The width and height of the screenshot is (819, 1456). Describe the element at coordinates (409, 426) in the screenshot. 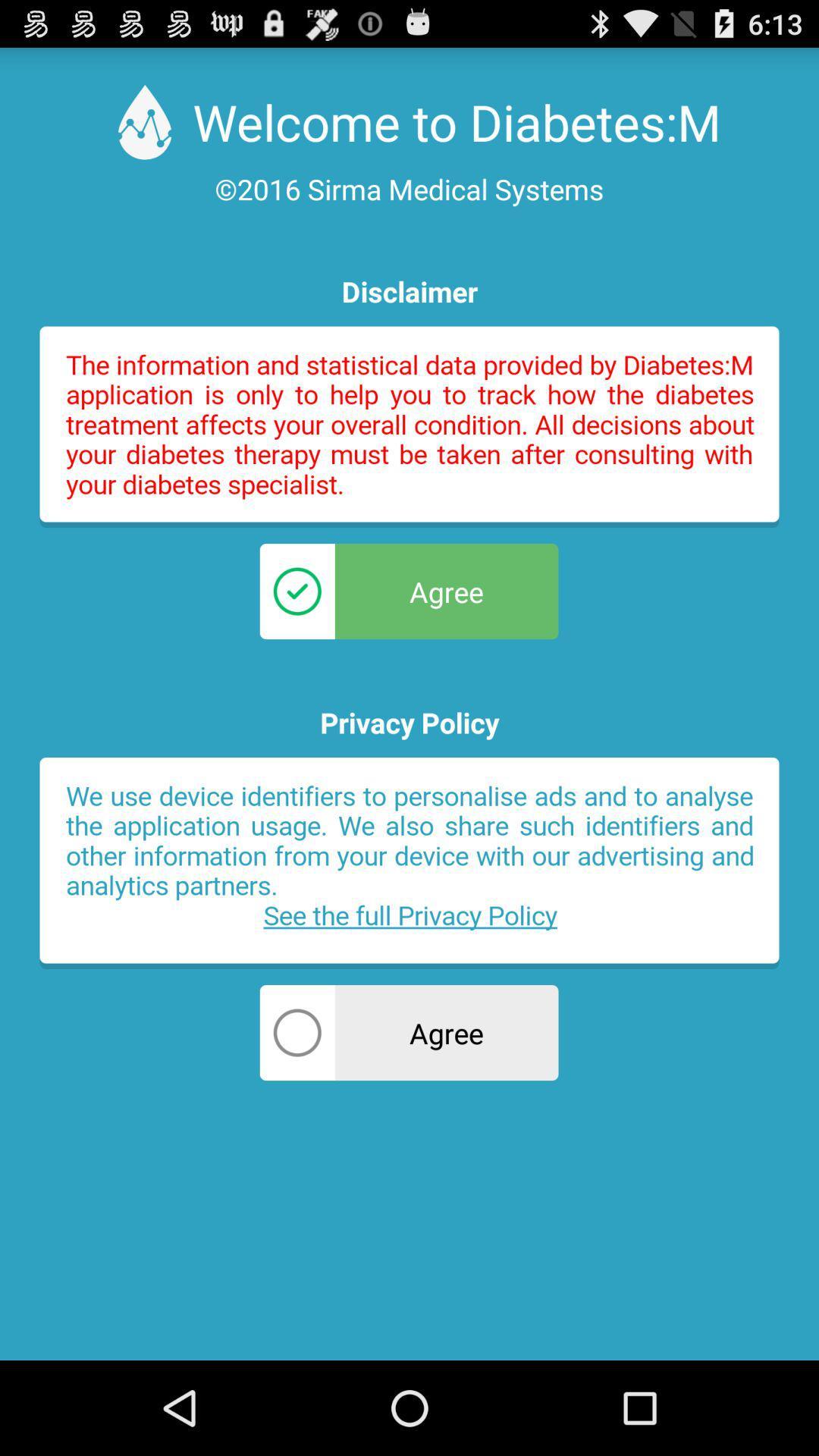

I see `open disclaimer` at that location.